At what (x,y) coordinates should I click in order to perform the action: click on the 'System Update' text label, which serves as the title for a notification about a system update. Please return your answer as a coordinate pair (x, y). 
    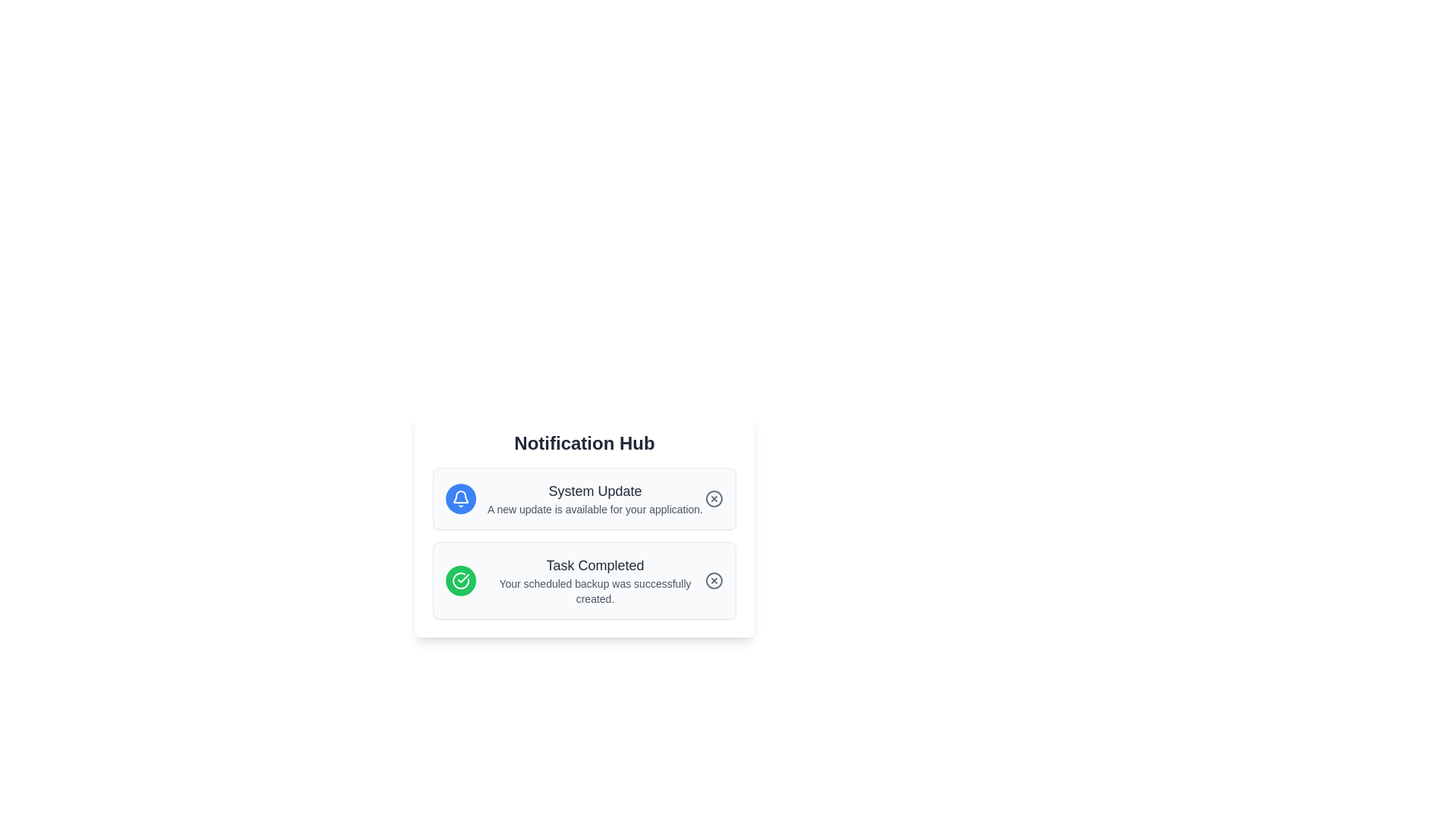
    Looking at the image, I should click on (595, 491).